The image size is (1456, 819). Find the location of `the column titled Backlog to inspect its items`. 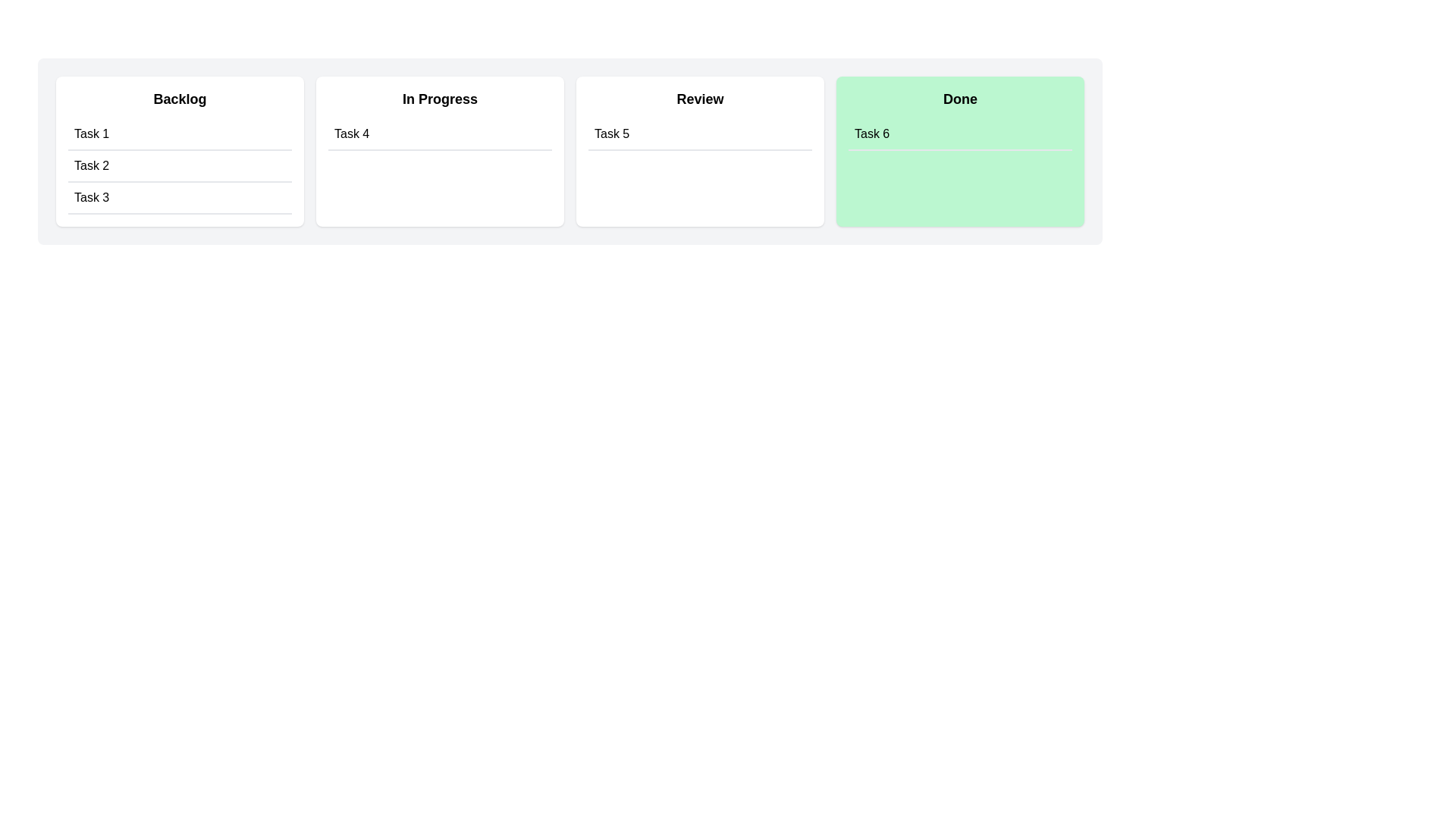

the column titled Backlog to inspect its items is located at coordinates (180, 152).